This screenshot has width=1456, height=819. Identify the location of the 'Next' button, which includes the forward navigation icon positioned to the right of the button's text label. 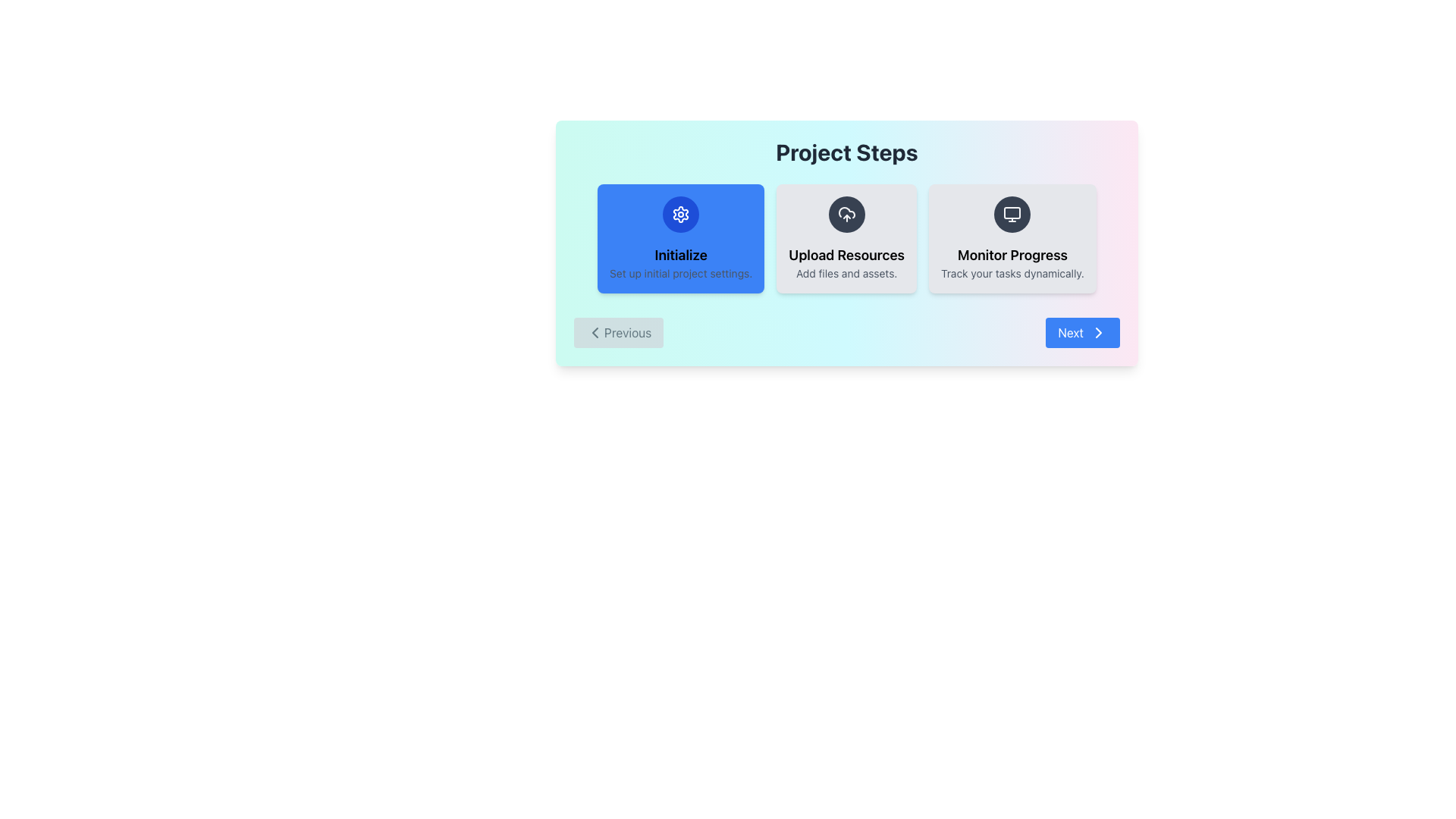
(1099, 332).